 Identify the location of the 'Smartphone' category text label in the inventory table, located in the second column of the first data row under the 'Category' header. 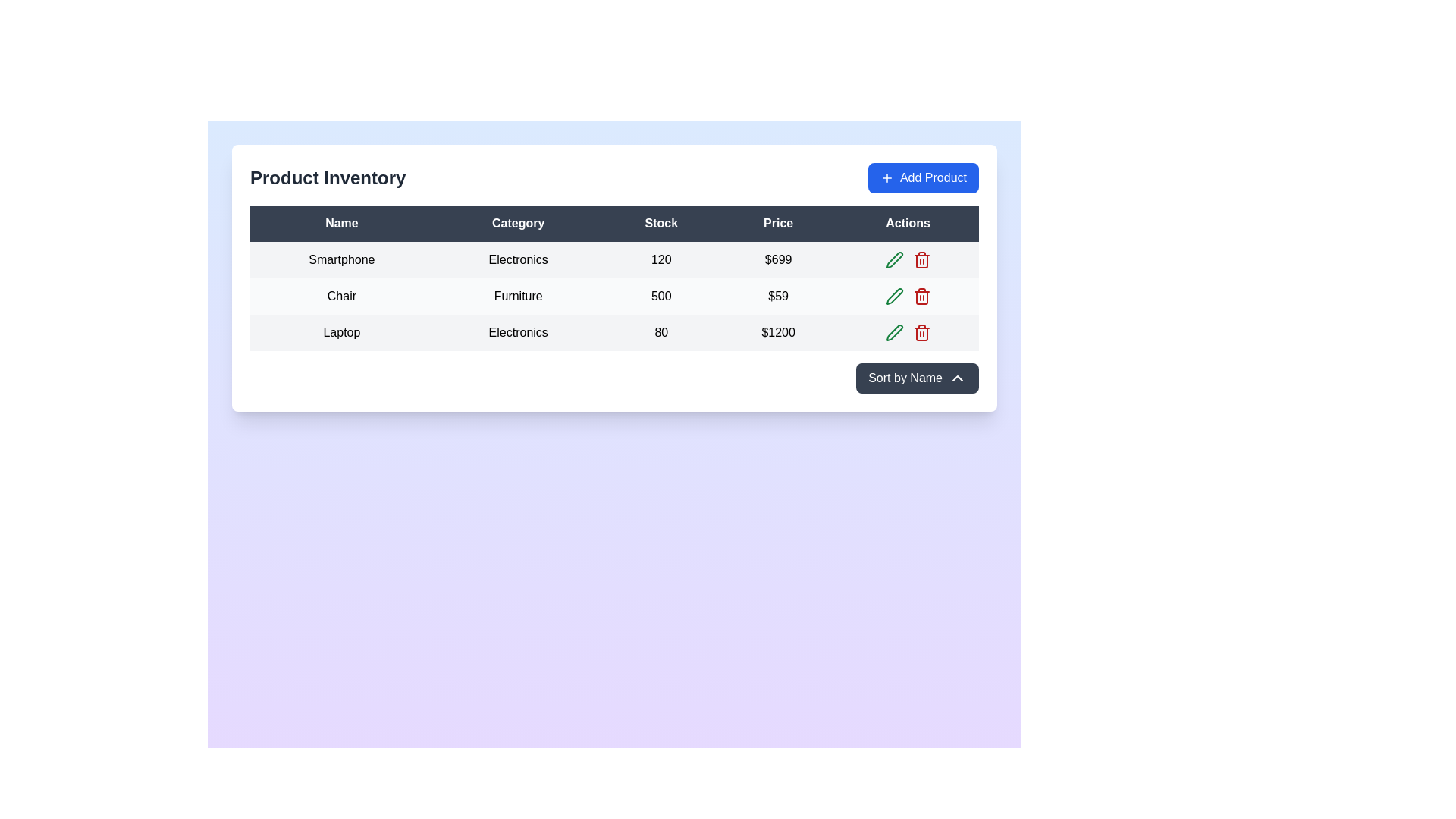
(518, 259).